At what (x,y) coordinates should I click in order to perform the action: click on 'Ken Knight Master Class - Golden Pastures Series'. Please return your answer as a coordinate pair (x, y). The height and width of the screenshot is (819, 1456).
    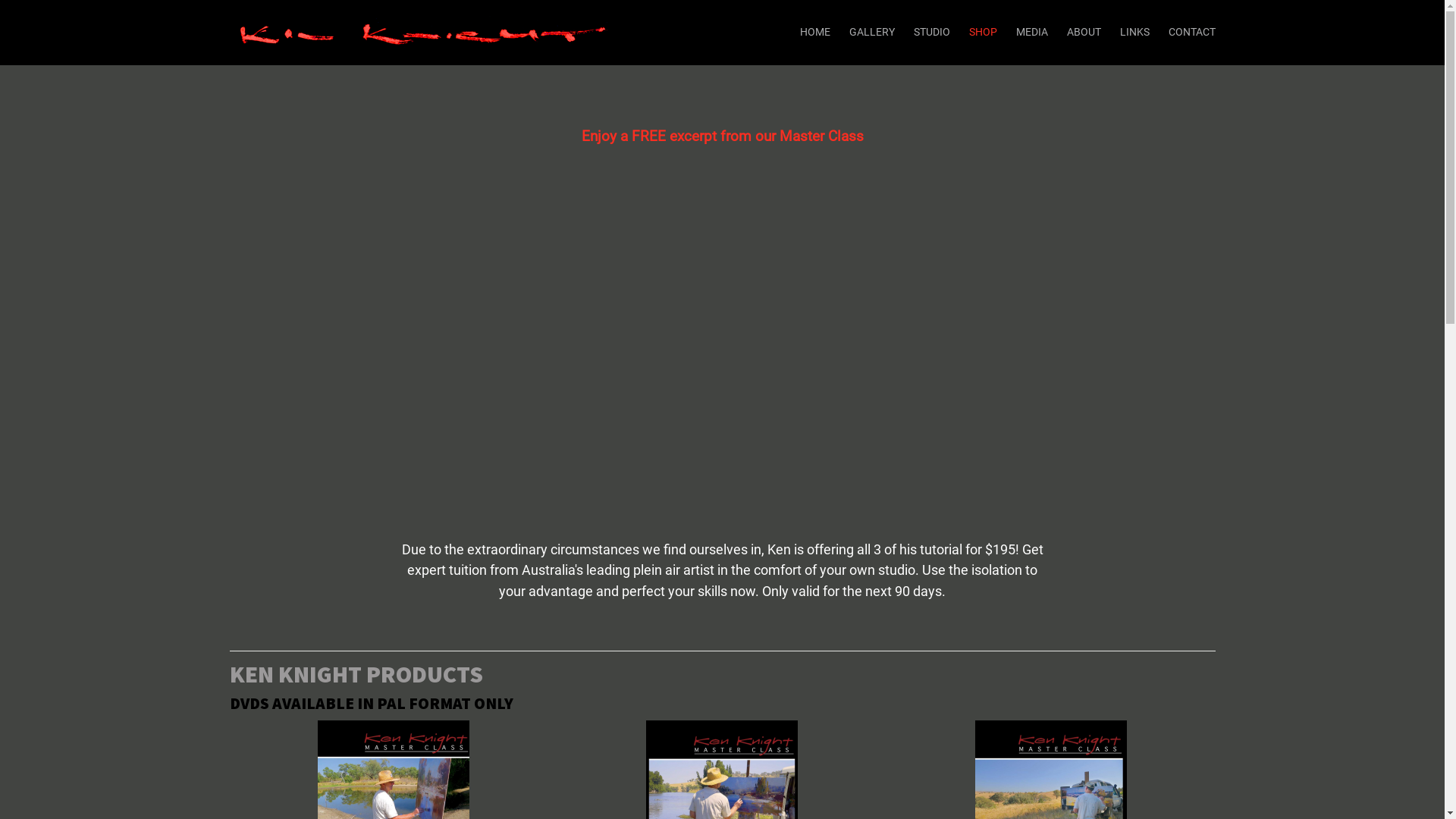
    Looking at the image, I should click on (1050, 795).